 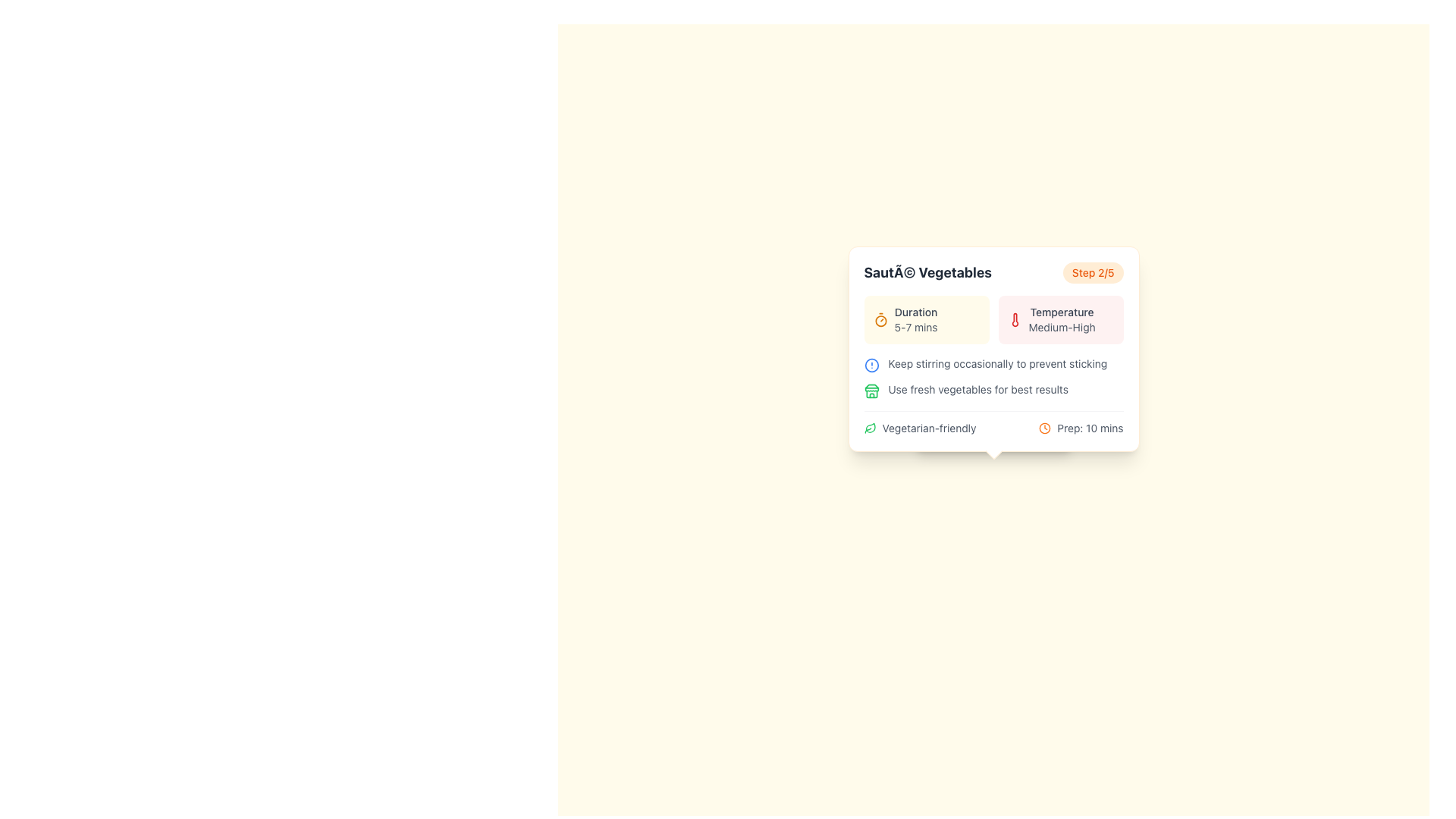 What do you see at coordinates (1015, 318) in the screenshot?
I see `the red thermometer icon associated with the 'Temperature' section, located to the left of the text 'Medium-High'` at bounding box center [1015, 318].